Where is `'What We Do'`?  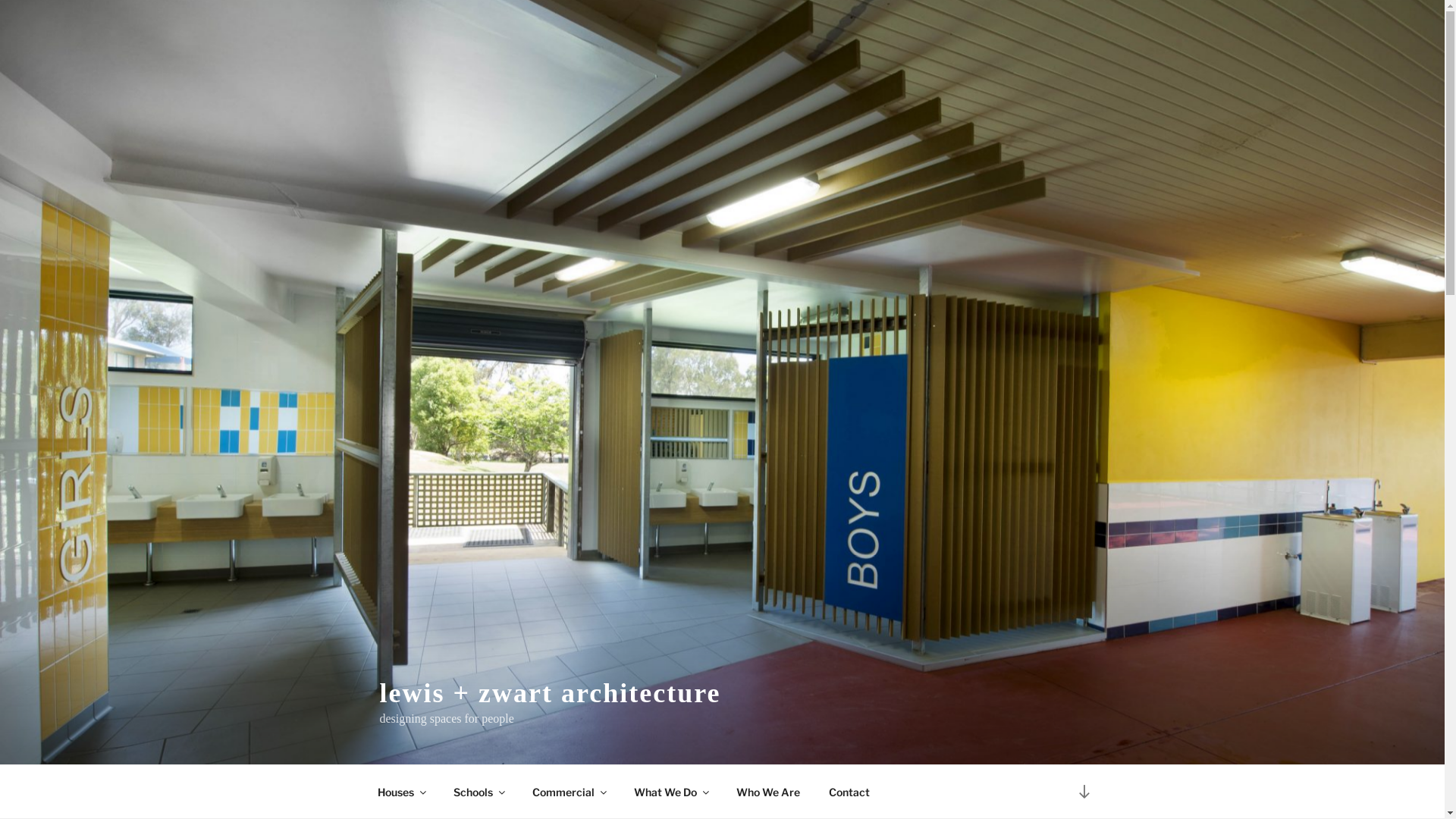
'What We Do' is located at coordinates (620, 791).